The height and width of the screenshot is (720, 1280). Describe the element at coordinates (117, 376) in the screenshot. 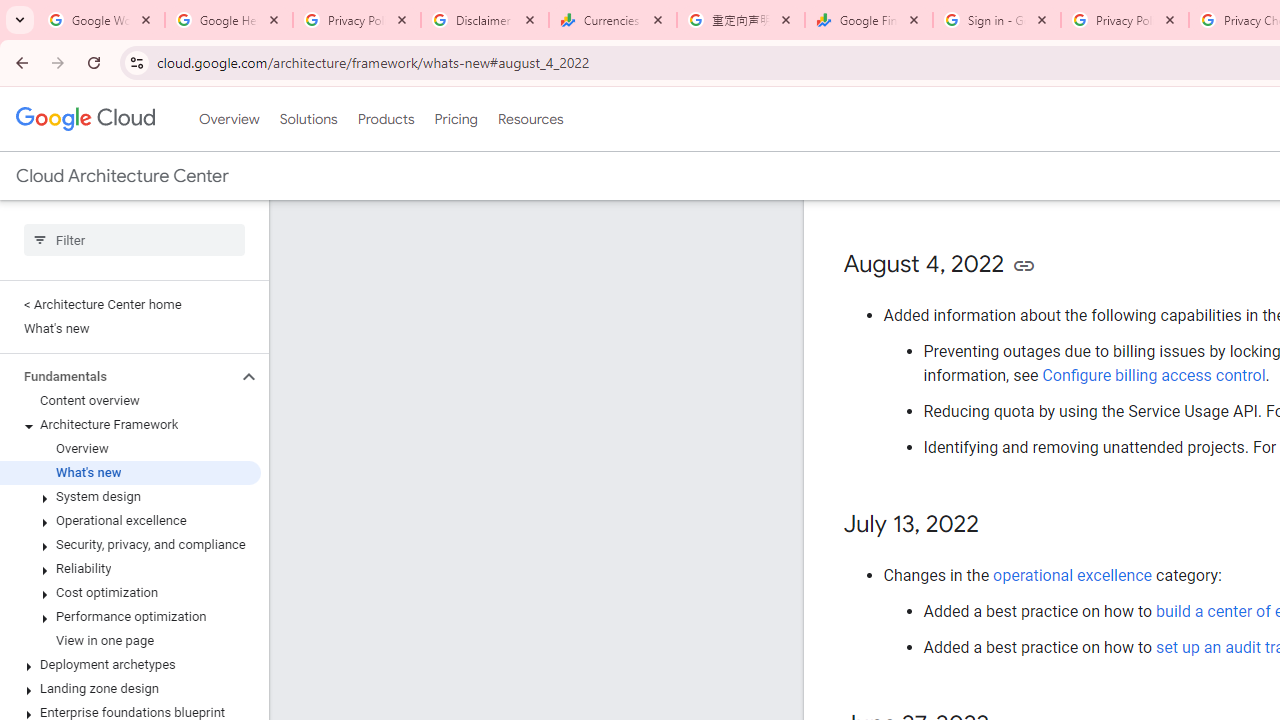

I see `'Fundamentals'` at that location.